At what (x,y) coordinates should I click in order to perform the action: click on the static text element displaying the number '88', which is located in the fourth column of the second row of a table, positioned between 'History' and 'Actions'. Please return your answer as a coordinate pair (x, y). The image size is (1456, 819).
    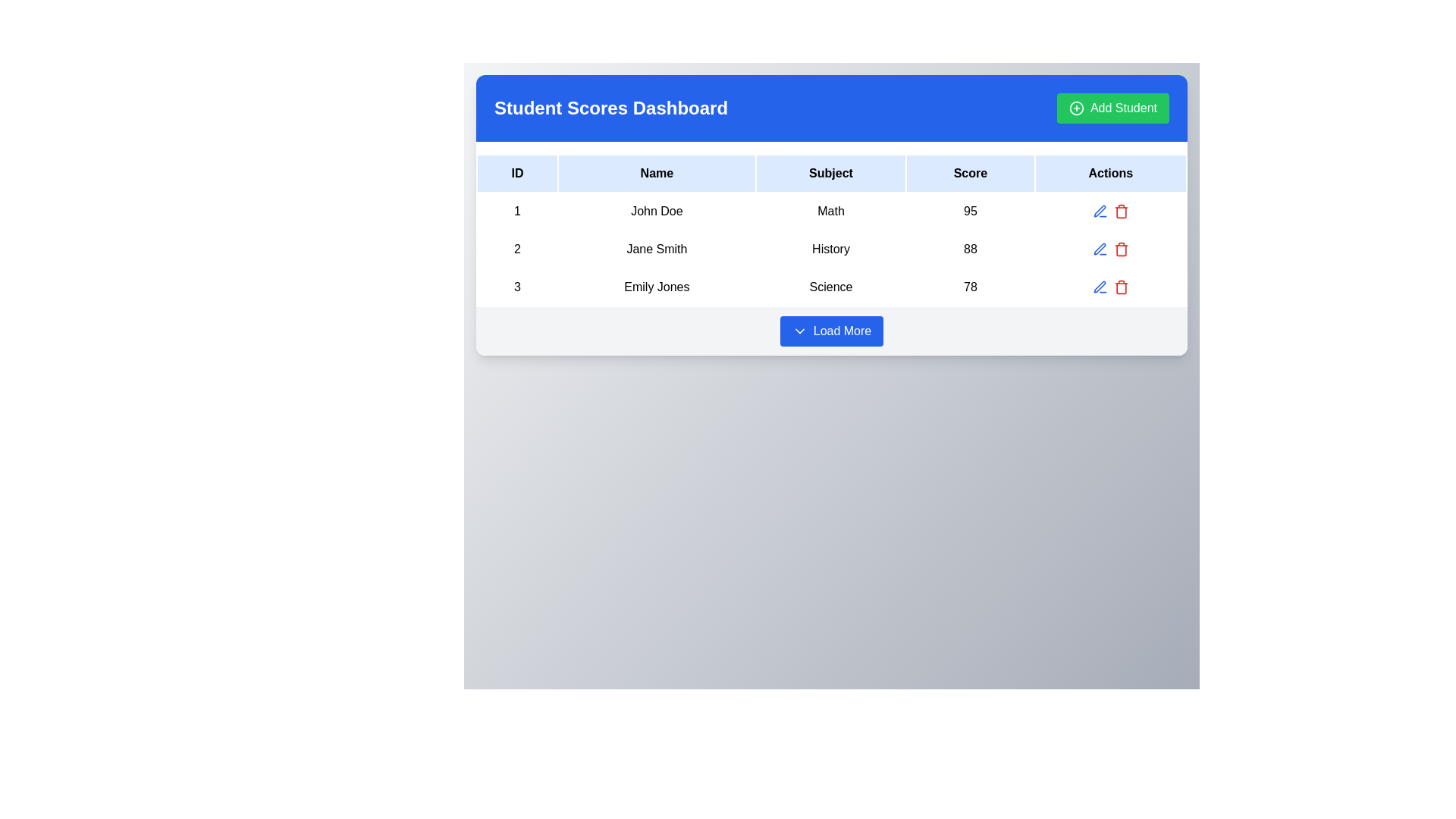
    Looking at the image, I should click on (969, 248).